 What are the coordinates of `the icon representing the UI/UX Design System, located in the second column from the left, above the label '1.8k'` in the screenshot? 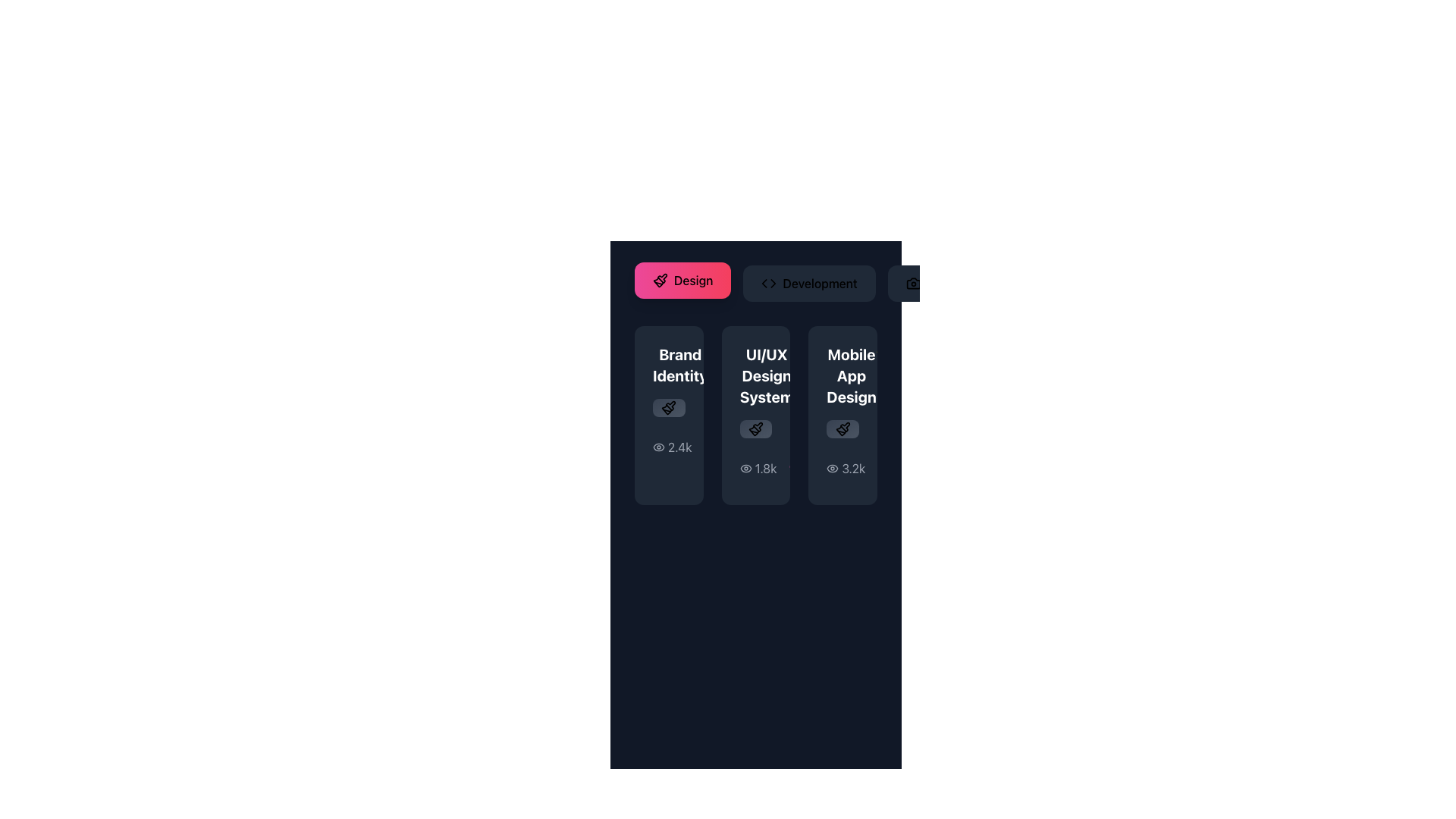 It's located at (756, 429).